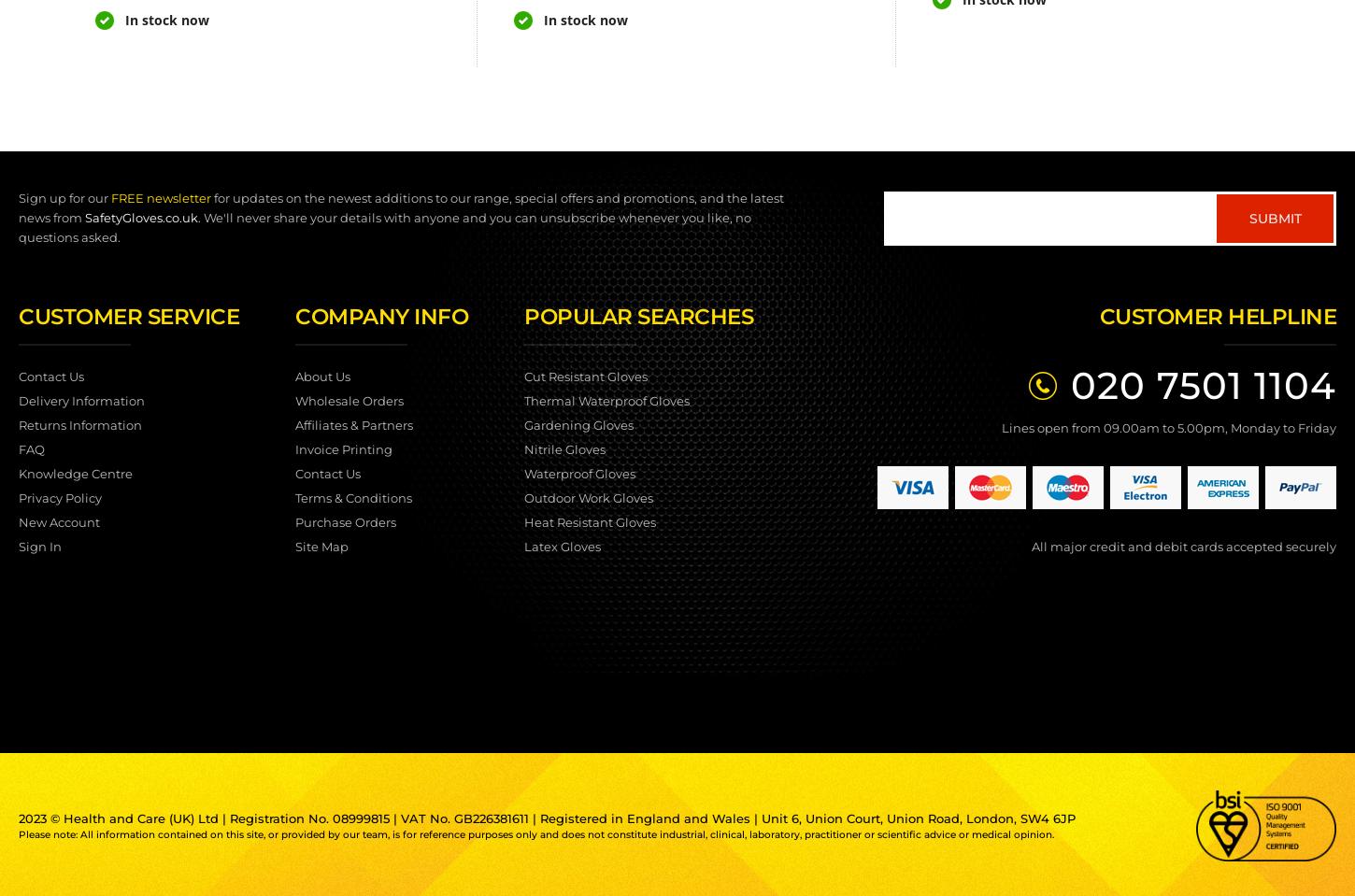 The height and width of the screenshot is (896, 1355). What do you see at coordinates (85, 218) in the screenshot?
I see `'SafetyGloves.co.uk'` at bounding box center [85, 218].